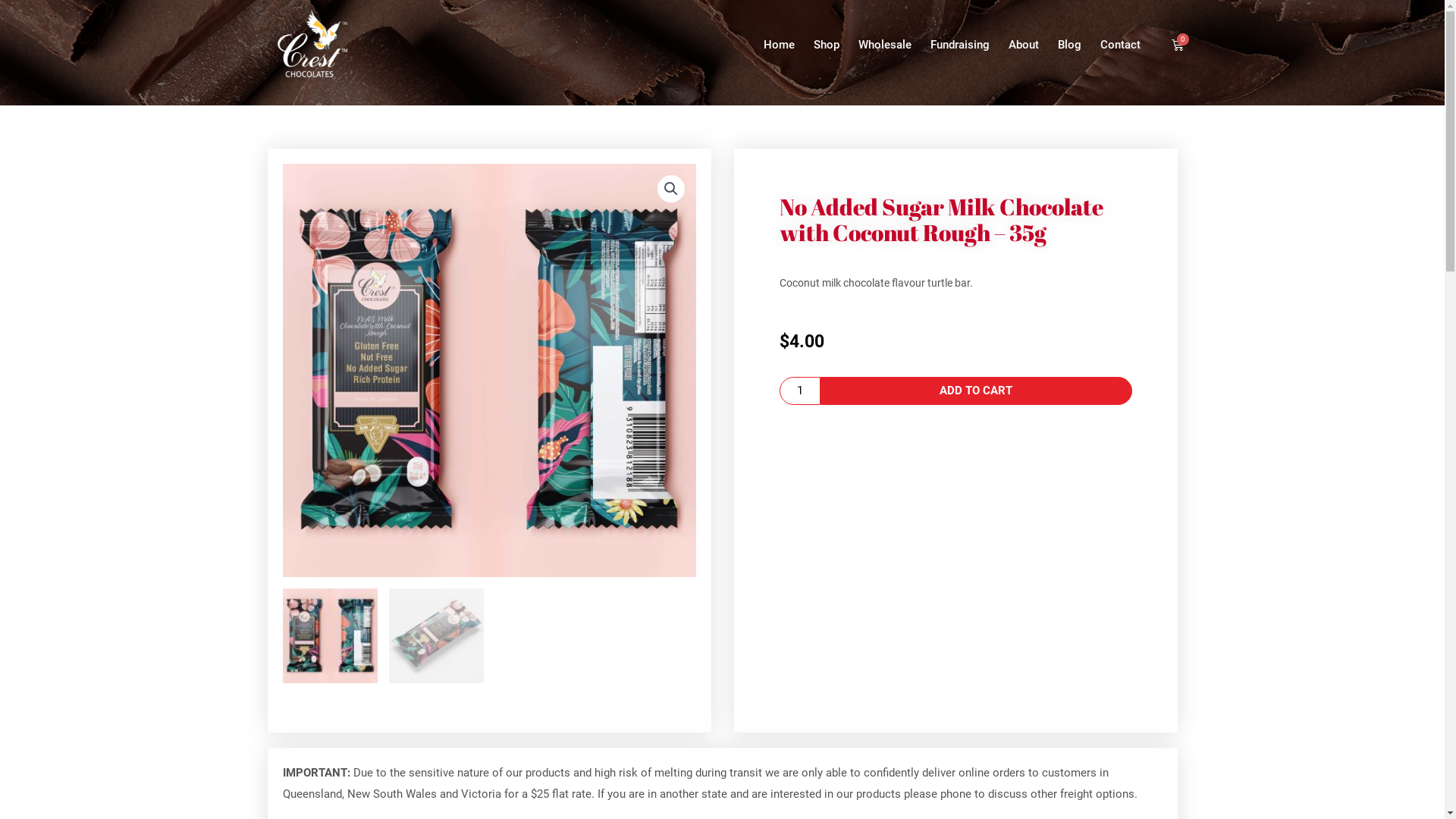 This screenshot has width=1456, height=819. I want to click on 'Contact', so click(1119, 43).